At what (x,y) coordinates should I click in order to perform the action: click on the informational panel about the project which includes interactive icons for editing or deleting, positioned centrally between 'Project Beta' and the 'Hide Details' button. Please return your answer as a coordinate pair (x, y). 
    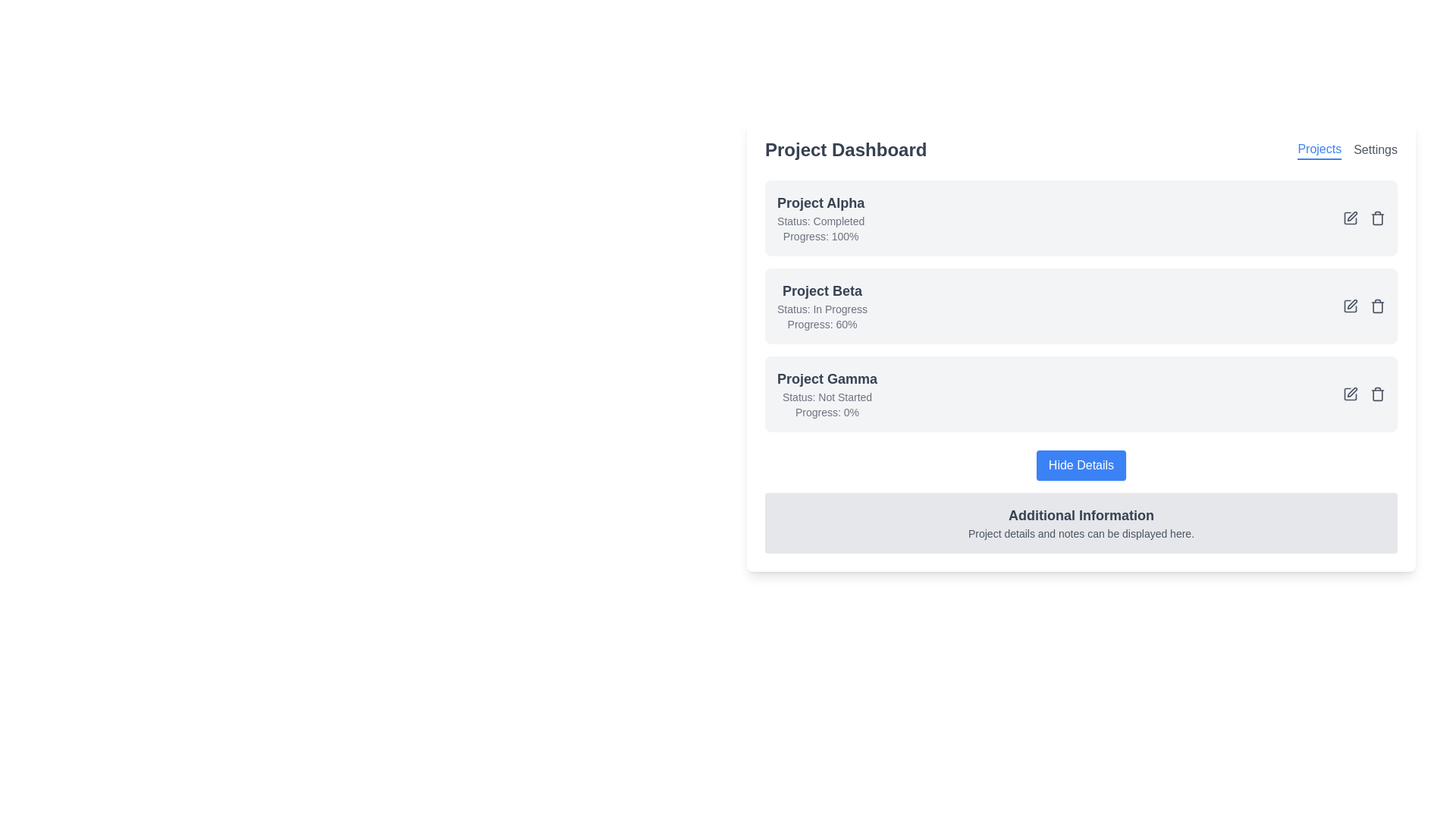
    Looking at the image, I should click on (1080, 366).